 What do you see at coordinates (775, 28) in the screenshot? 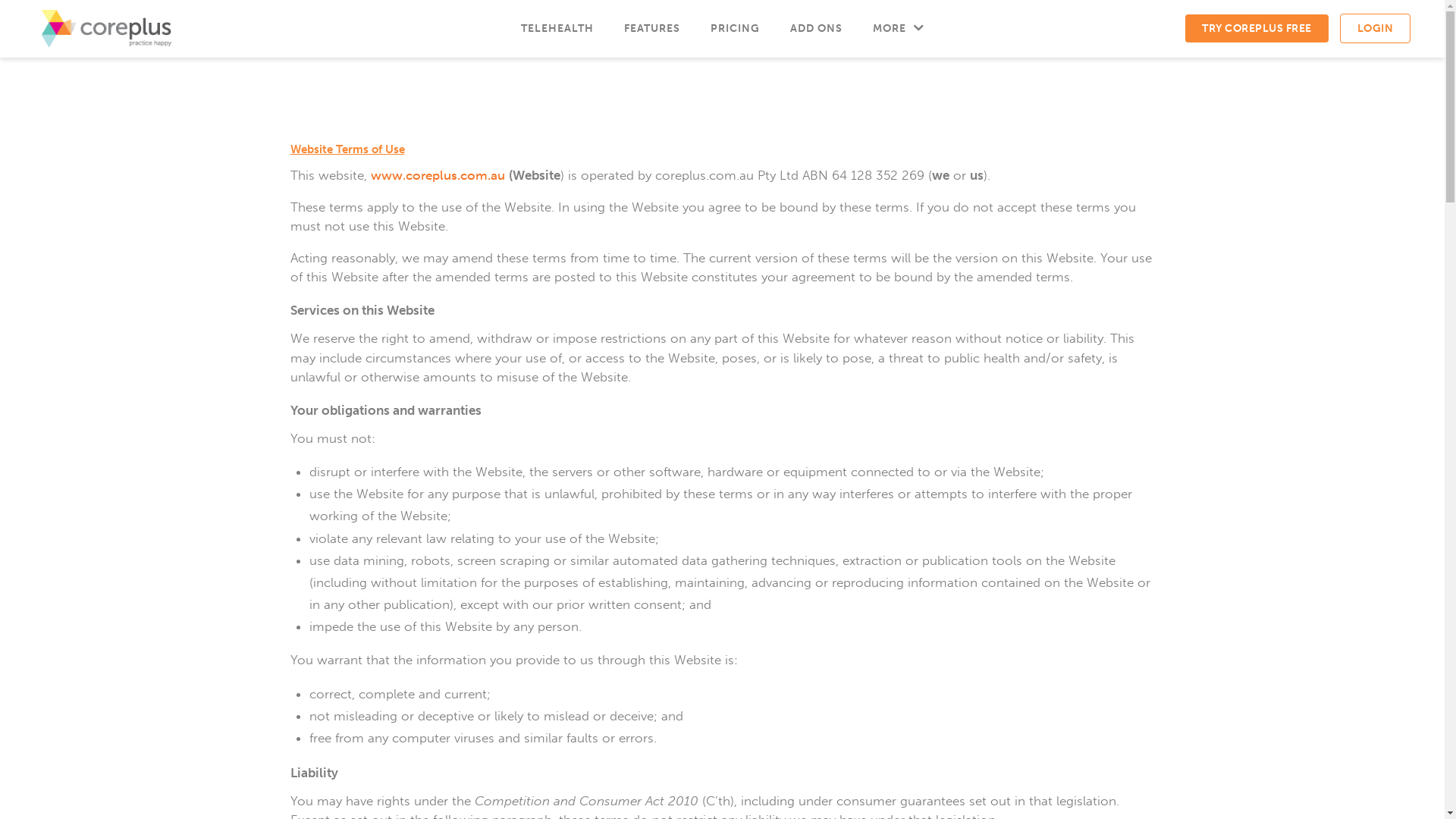
I see `'ADD ONS'` at bounding box center [775, 28].